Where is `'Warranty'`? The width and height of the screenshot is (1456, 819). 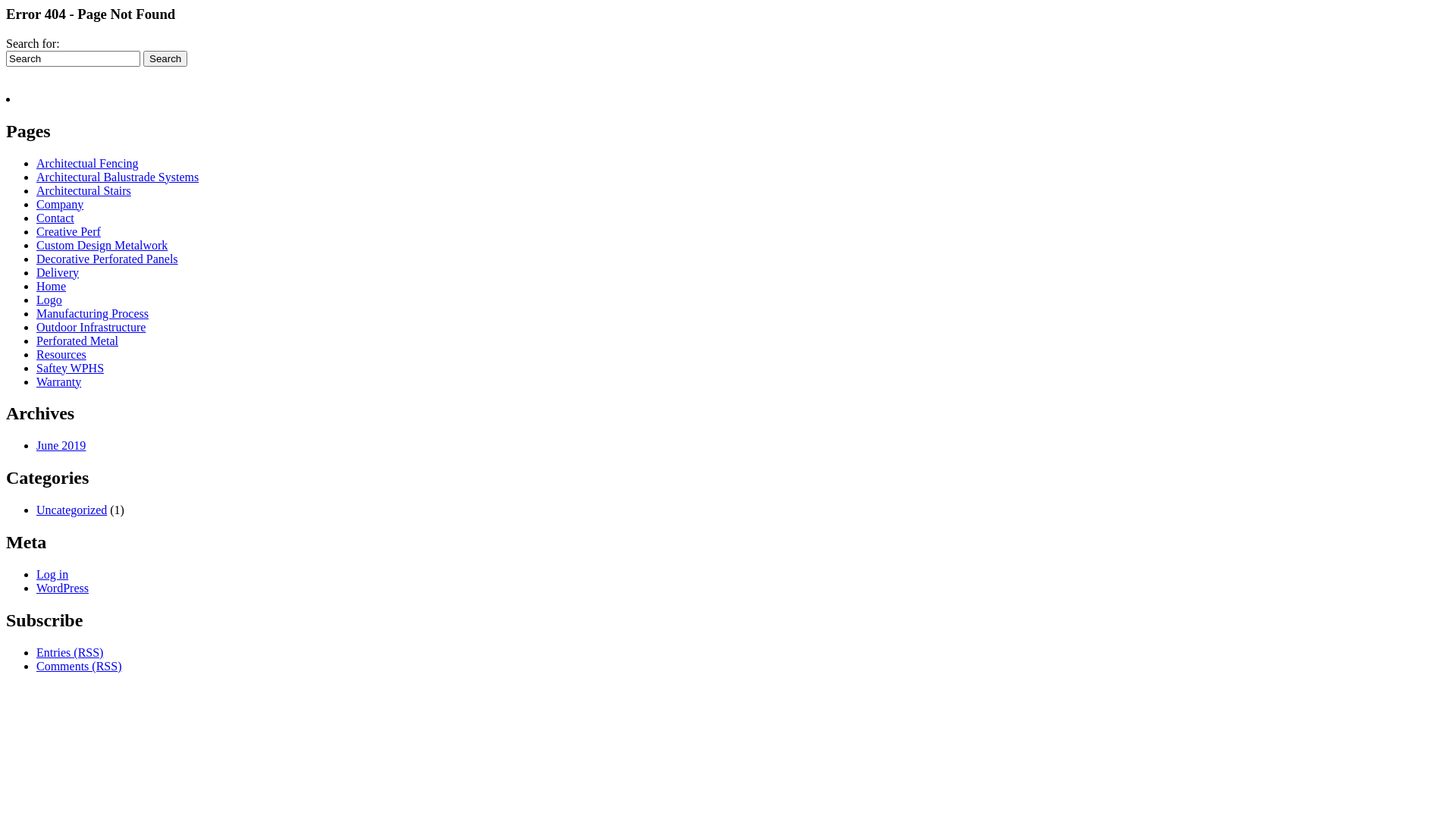
'Warranty' is located at coordinates (58, 381).